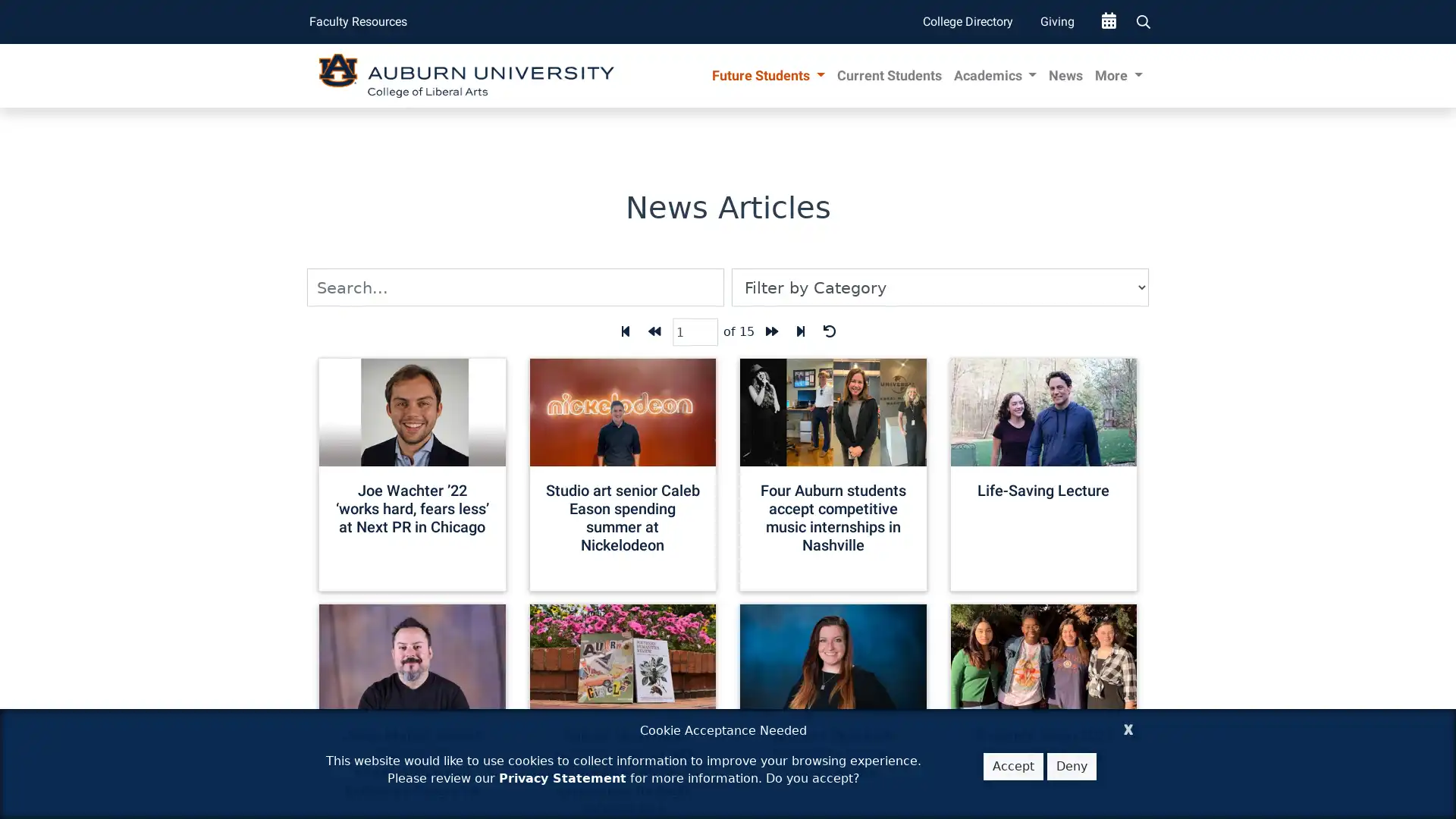 The width and height of the screenshot is (1456, 819). What do you see at coordinates (1128, 726) in the screenshot?
I see `Close Cookie Acceptance` at bounding box center [1128, 726].